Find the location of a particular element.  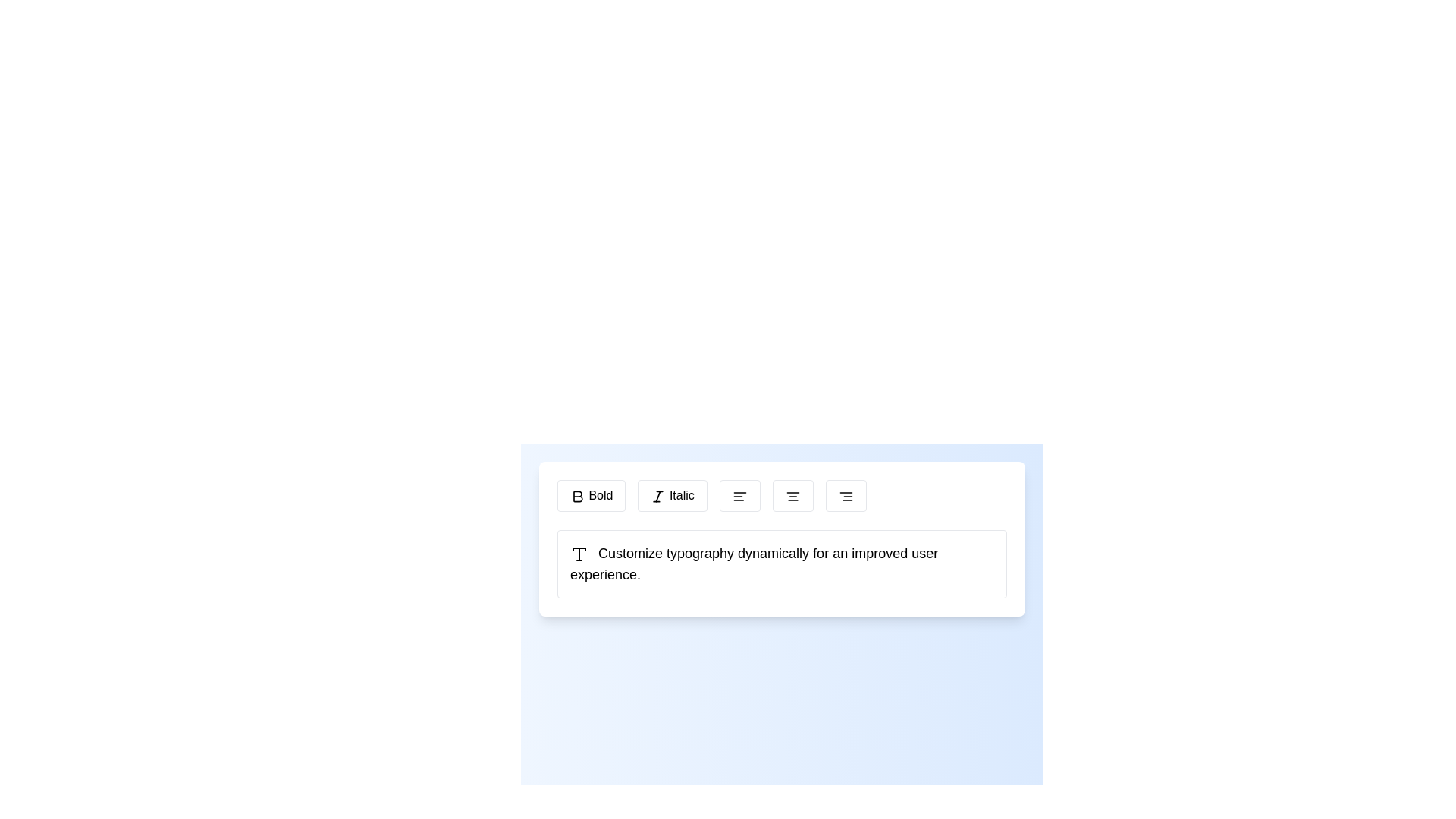

the third icon button for aligning text to the left, located above the text area under the label 'Customize typography dynamically for an improved user experience' is located at coordinates (739, 496).